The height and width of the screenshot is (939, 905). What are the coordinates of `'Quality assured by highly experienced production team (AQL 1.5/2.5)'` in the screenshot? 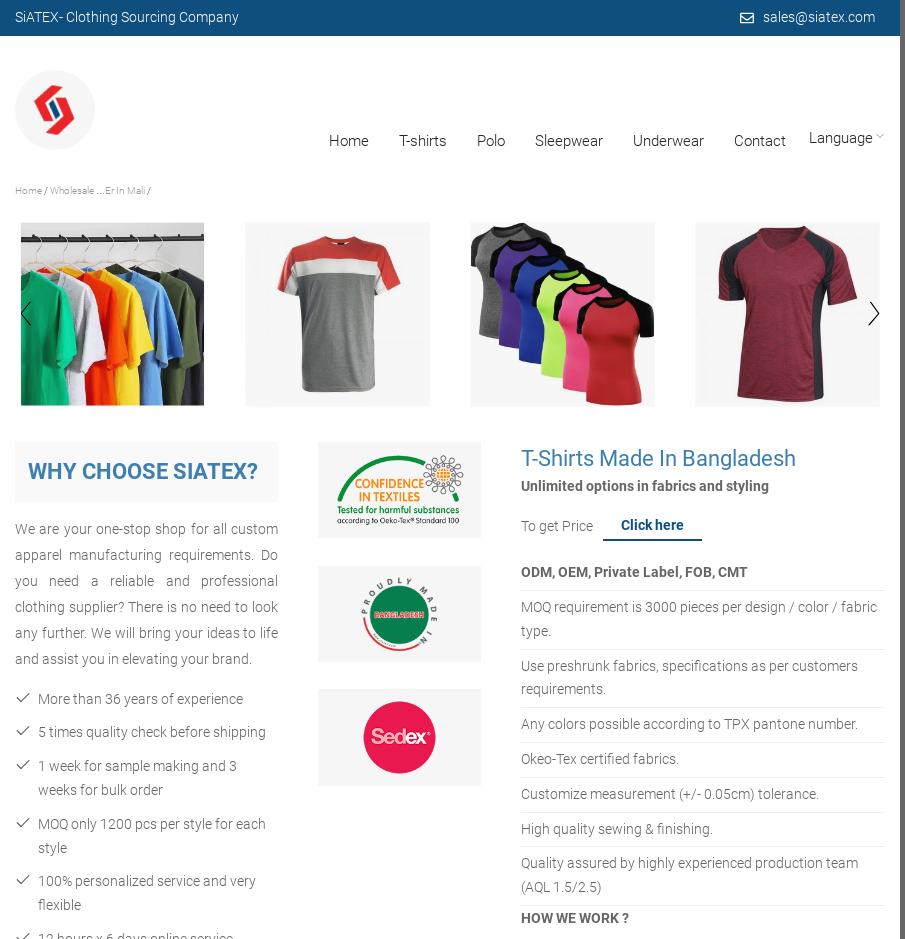 It's located at (519, 874).